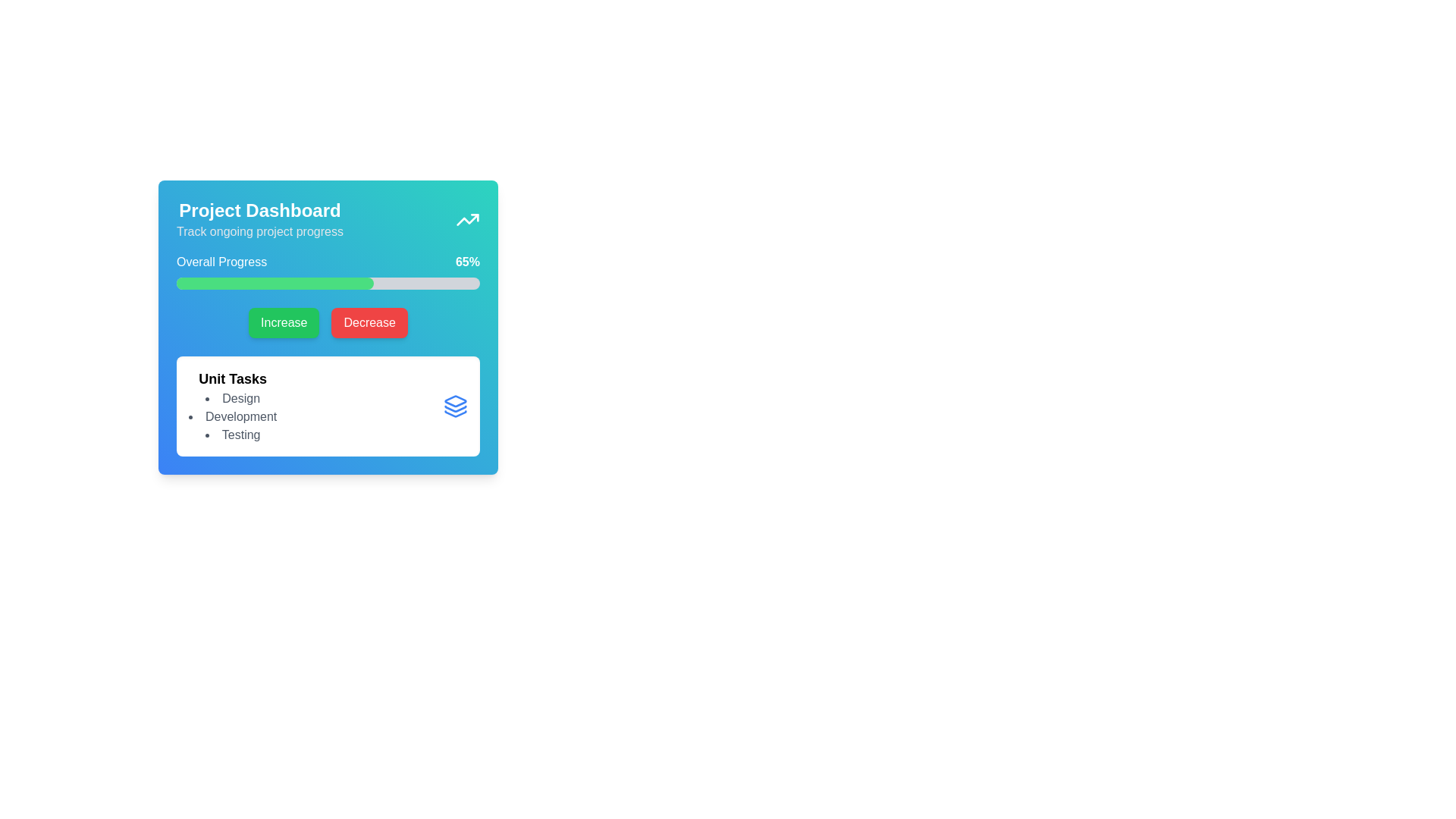 The width and height of the screenshot is (1456, 819). What do you see at coordinates (327, 219) in the screenshot?
I see `the Header panel element titled 'Project Dashboard' with a subtitle 'Track ongoing project progress', which features an upward trending icon and a gradient background from blue to teal` at bounding box center [327, 219].